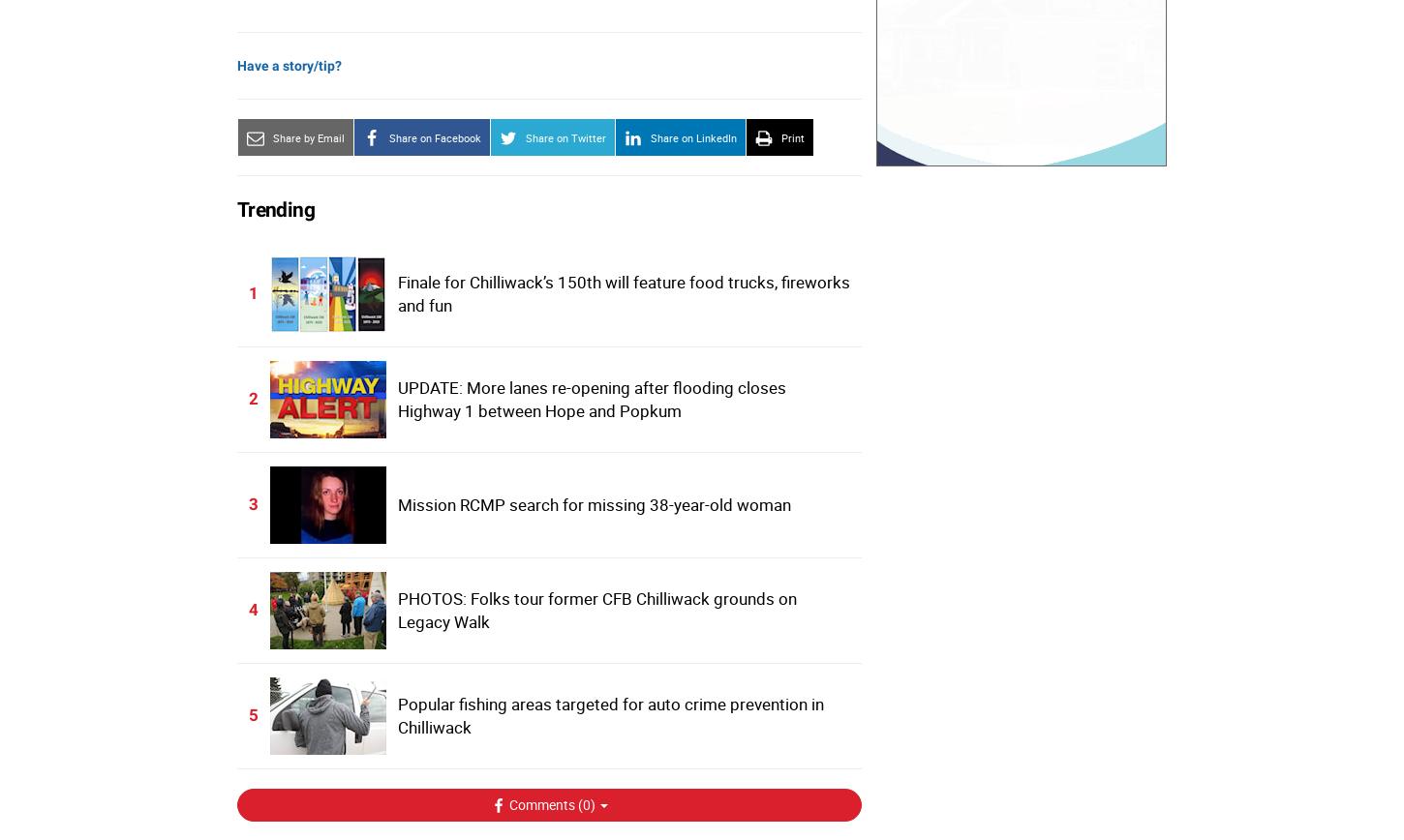  I want to click on 'Share on Facebook', so click(434, 136).